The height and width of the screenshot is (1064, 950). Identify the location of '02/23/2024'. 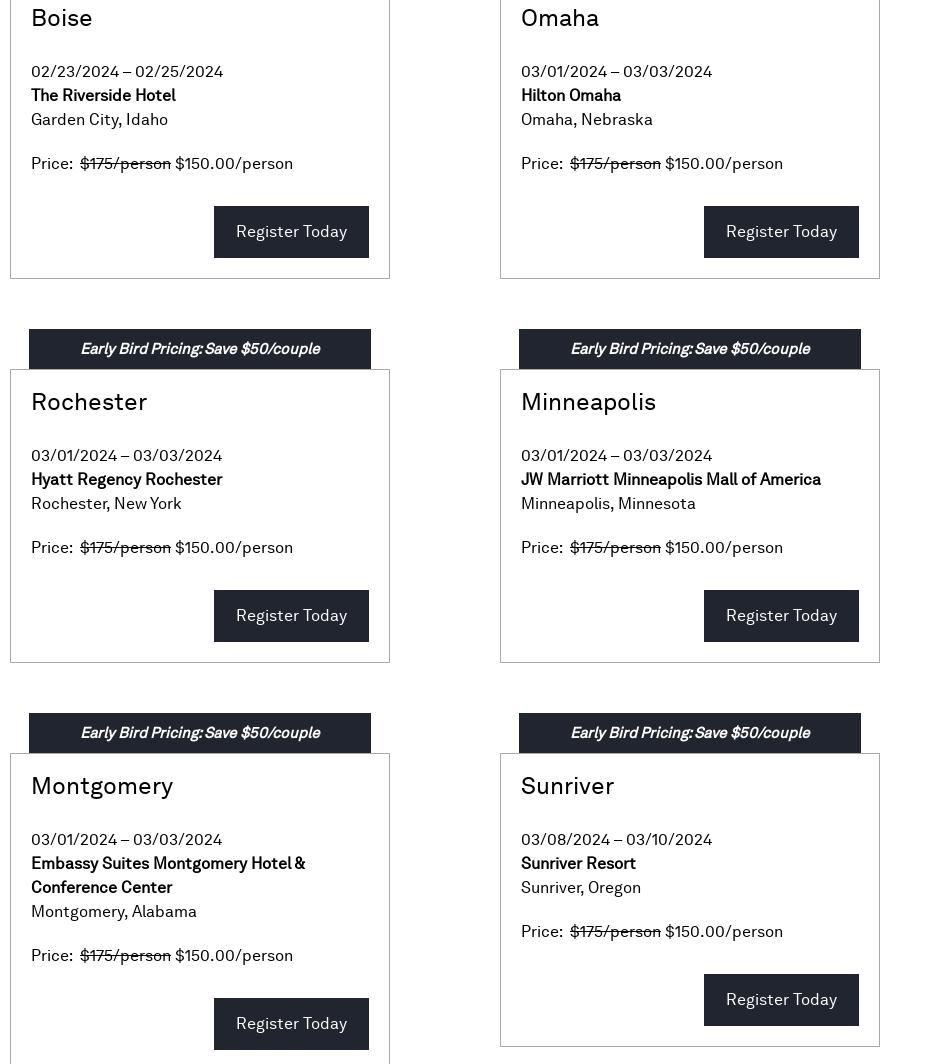
(74, 71).